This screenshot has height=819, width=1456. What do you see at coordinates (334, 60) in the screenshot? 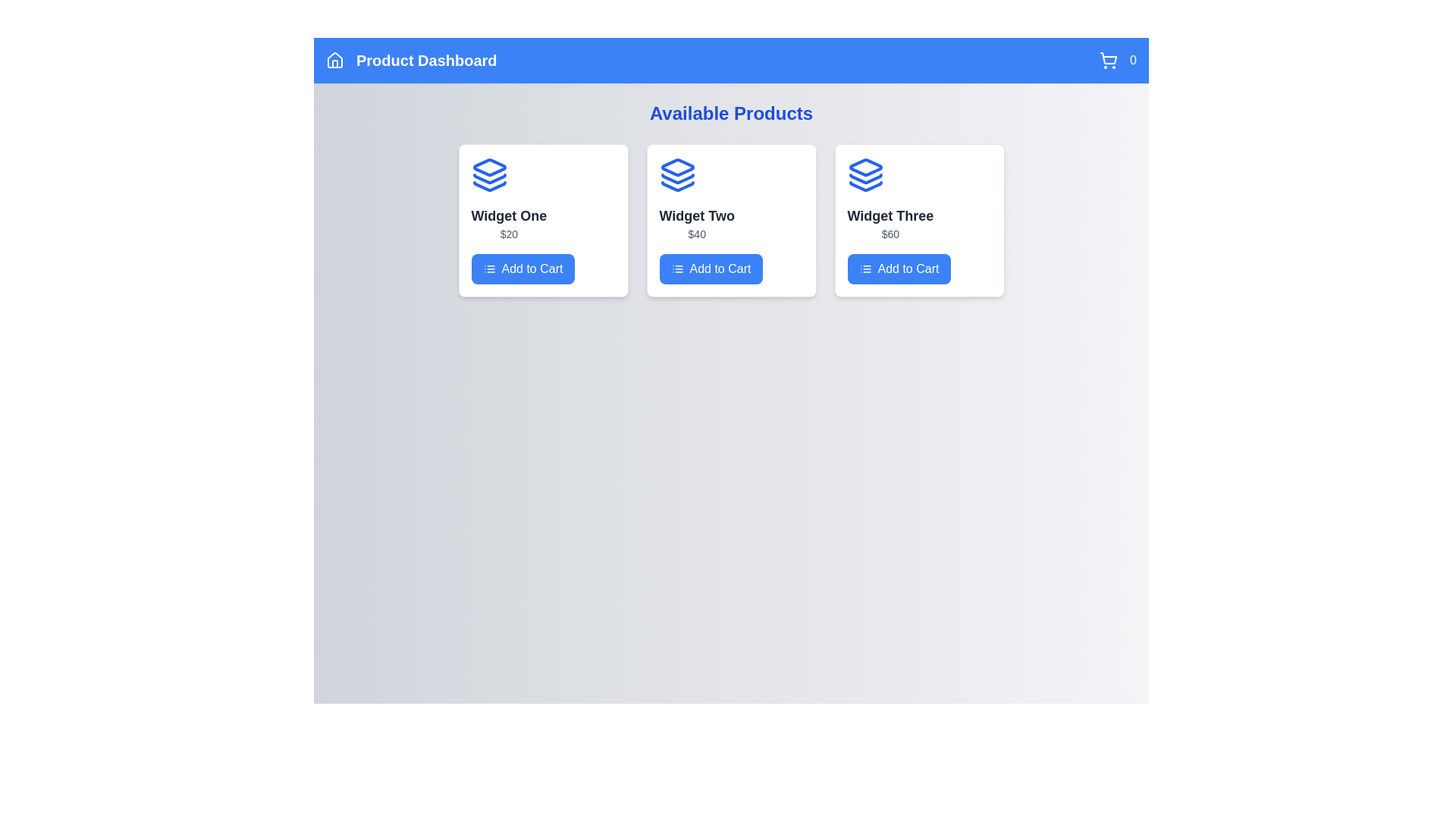
I see `the home icon located in the top-left corner of the navigation bar, adjacent to 'Product Dashboard'` at bounding box center [334, 60].